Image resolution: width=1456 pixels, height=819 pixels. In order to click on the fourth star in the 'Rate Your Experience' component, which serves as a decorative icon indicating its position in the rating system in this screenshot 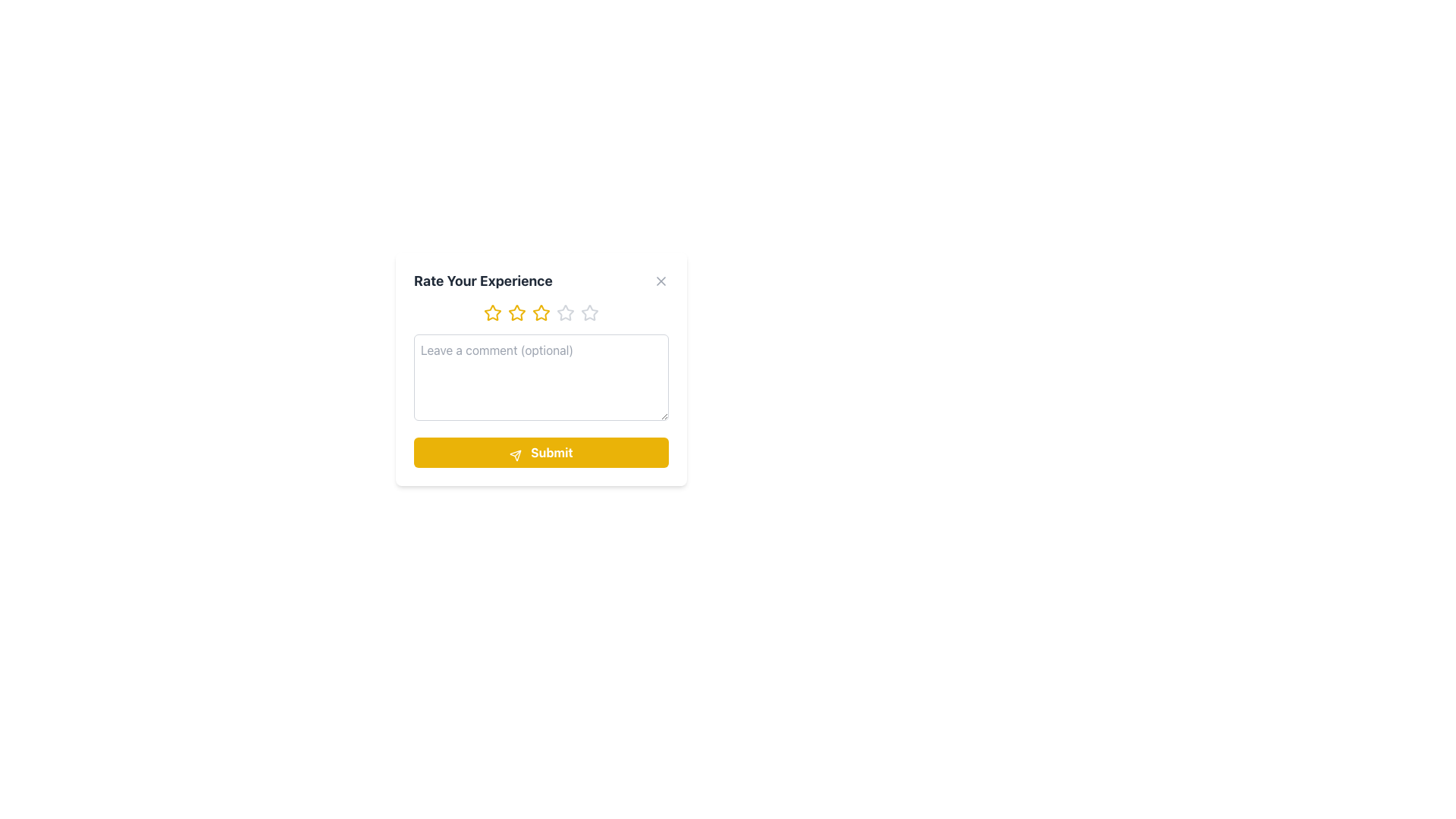, I will do `click(588, 312)`.